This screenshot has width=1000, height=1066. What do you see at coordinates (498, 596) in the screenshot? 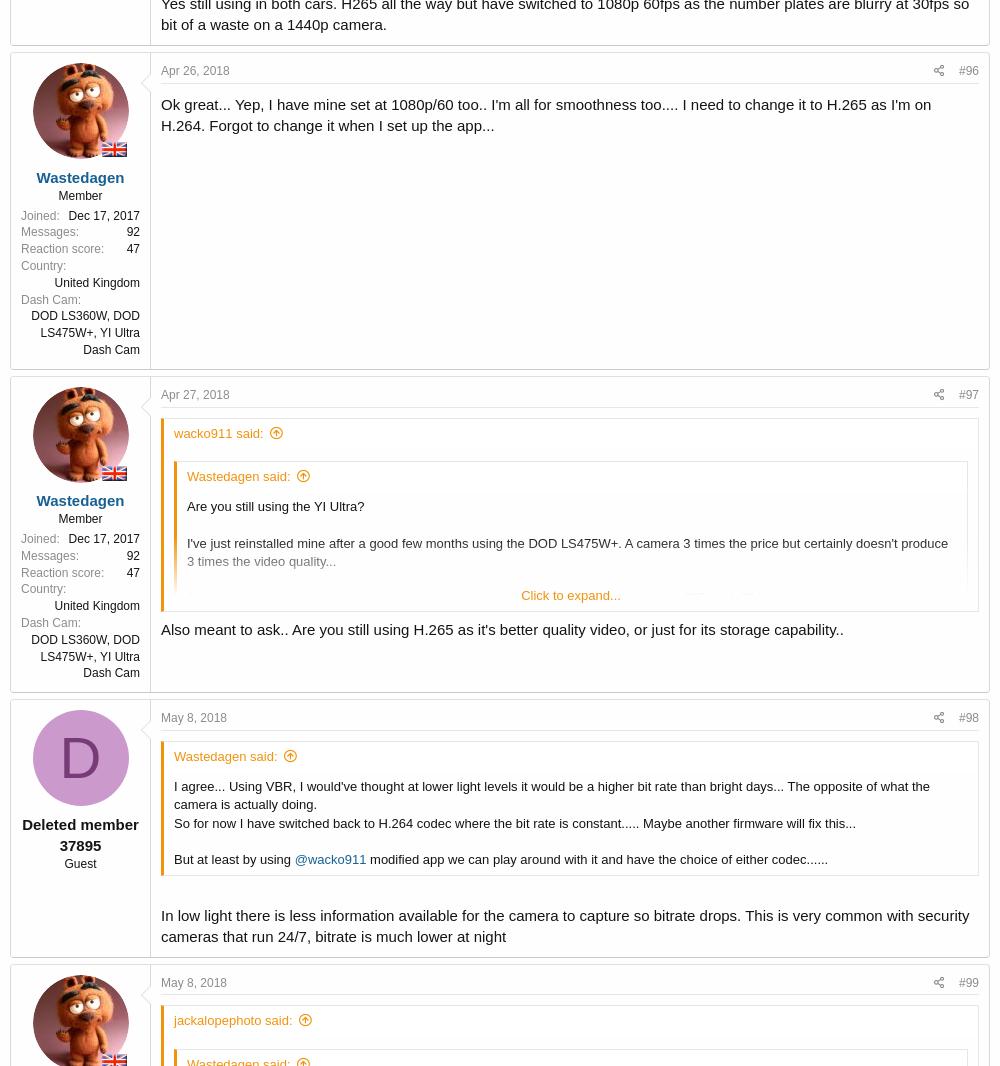
I see `'So just wondering if you and others on here are still using the YI, and if you're using H.265 or H. 264 codec...'` at bounding box center [498, 596].